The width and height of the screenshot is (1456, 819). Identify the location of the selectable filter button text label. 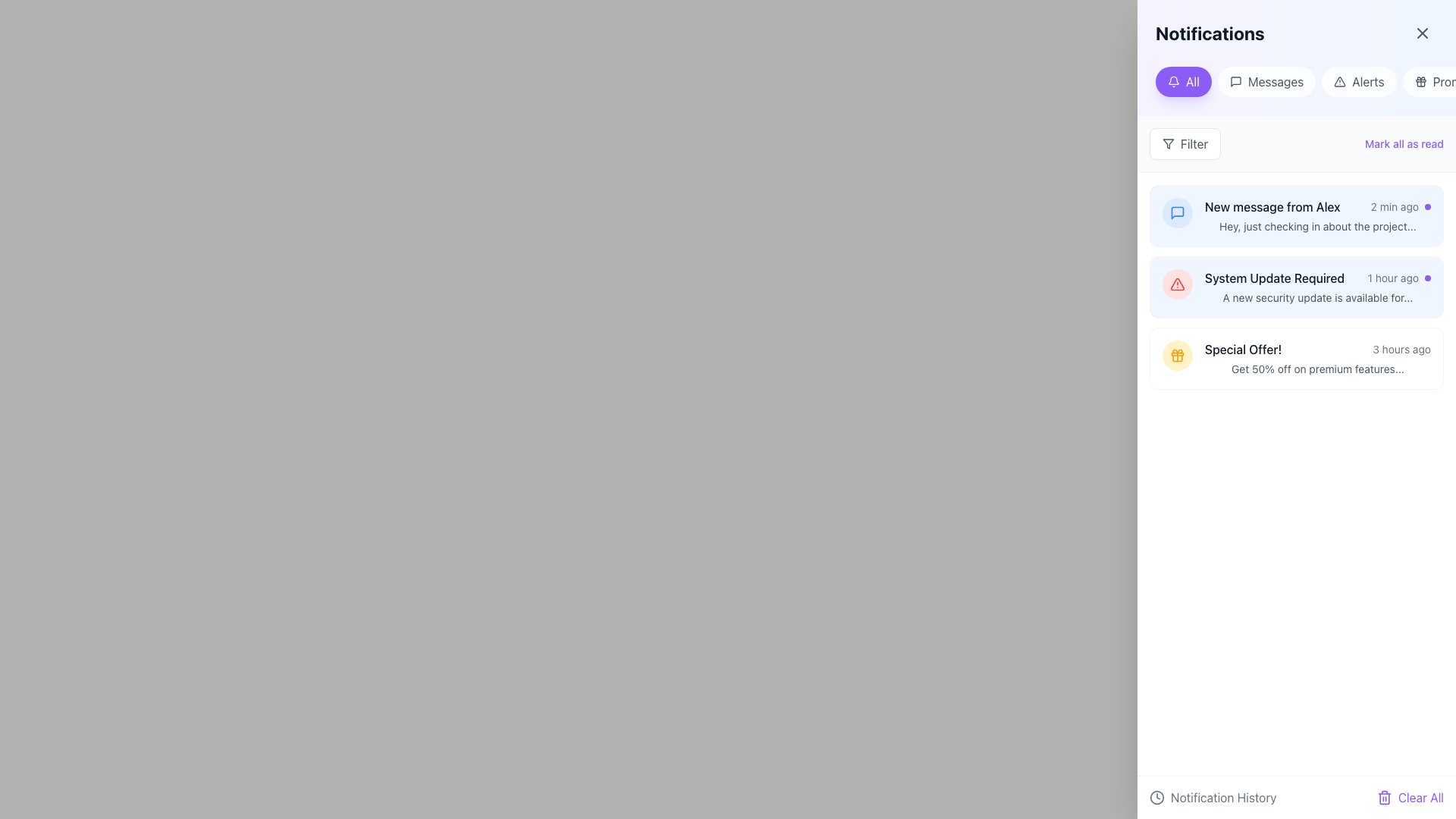
(1275, 82).